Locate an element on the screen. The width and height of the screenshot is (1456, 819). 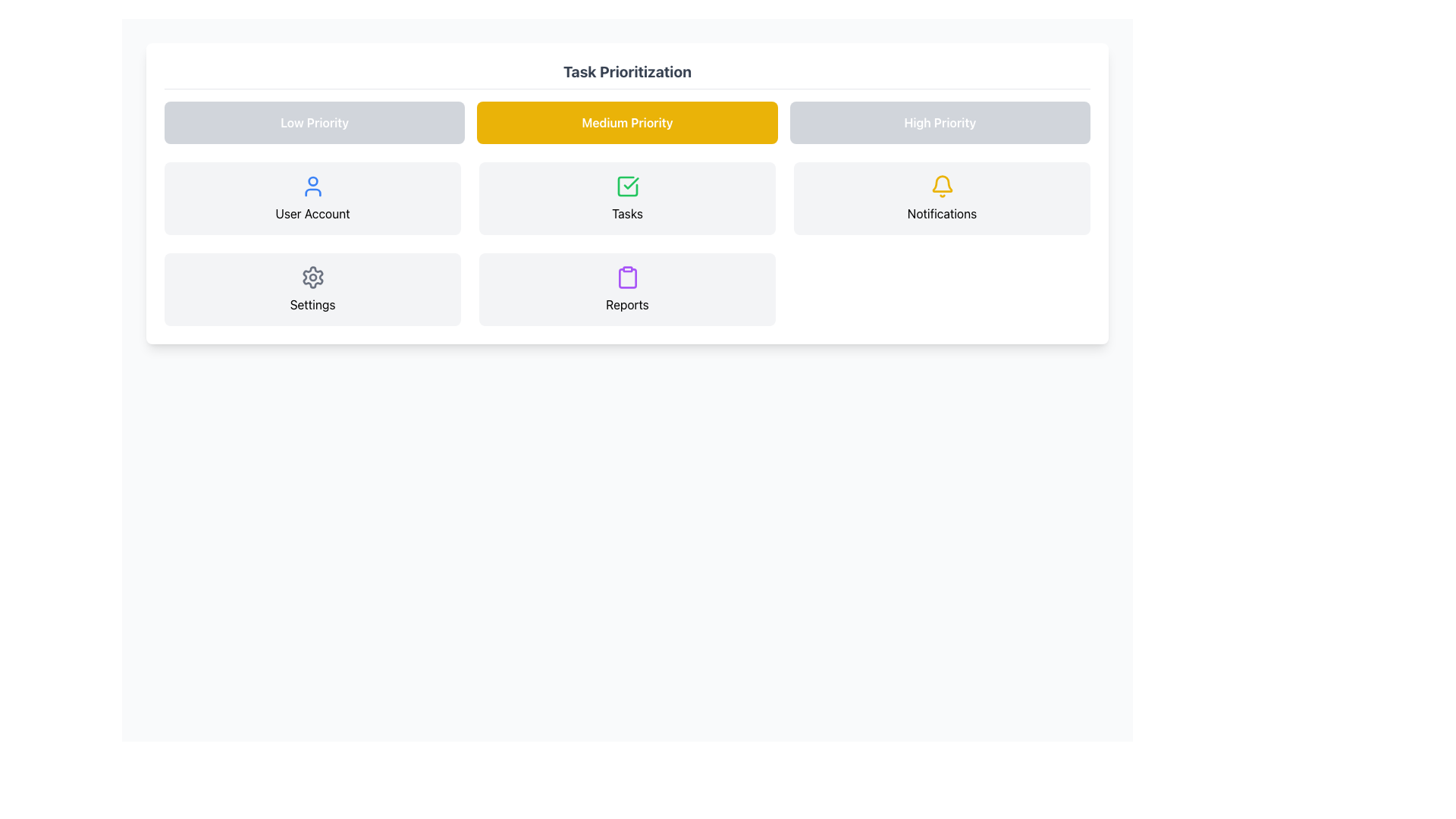
the Interactive Card displaying a yellow bell icon and the text 'Notifications' in bold, located in the top-right corner of the interface is located at coordinates (941, 198).